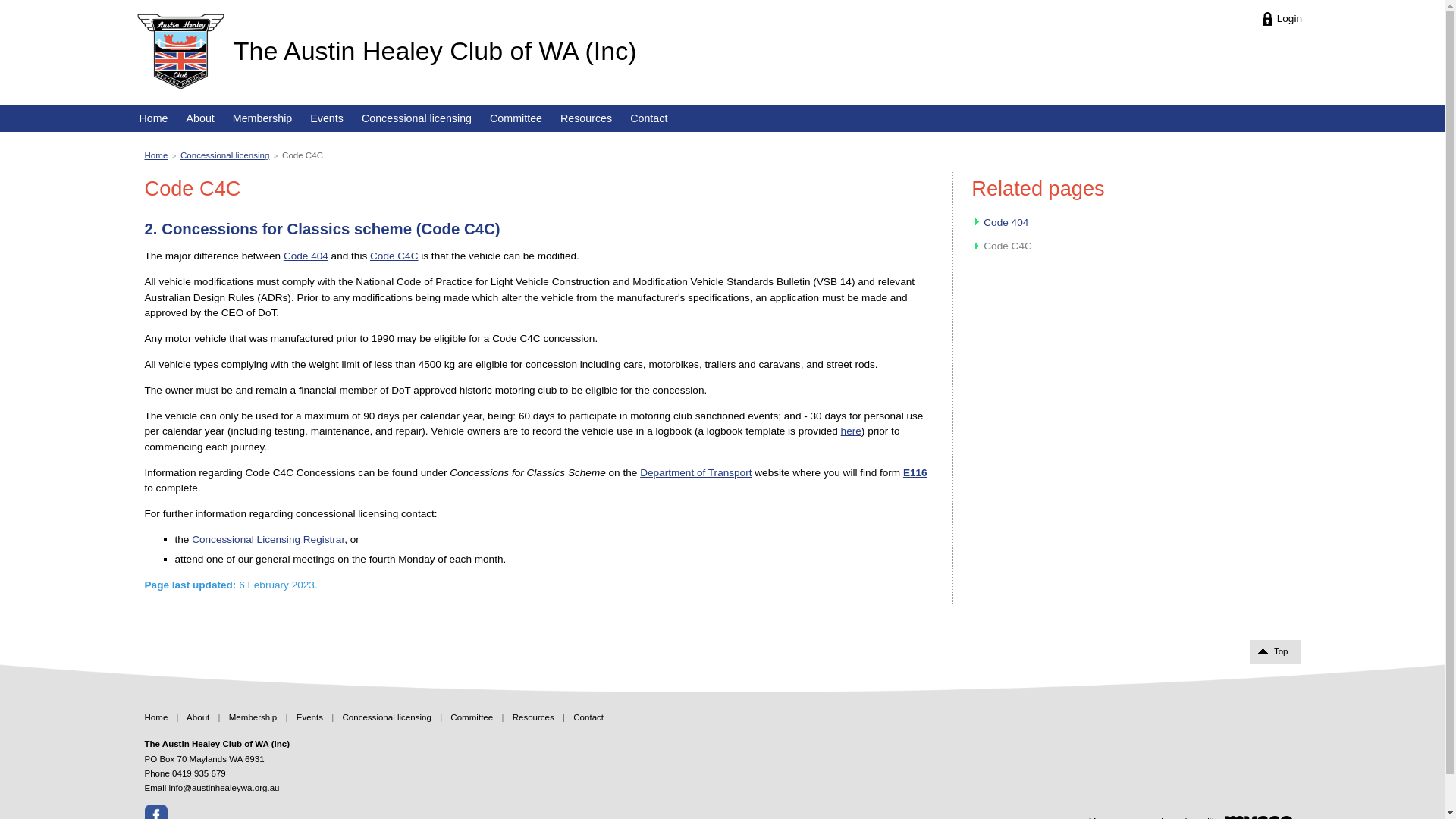  I want to click on 'Department of Transport', so click(695, 472).